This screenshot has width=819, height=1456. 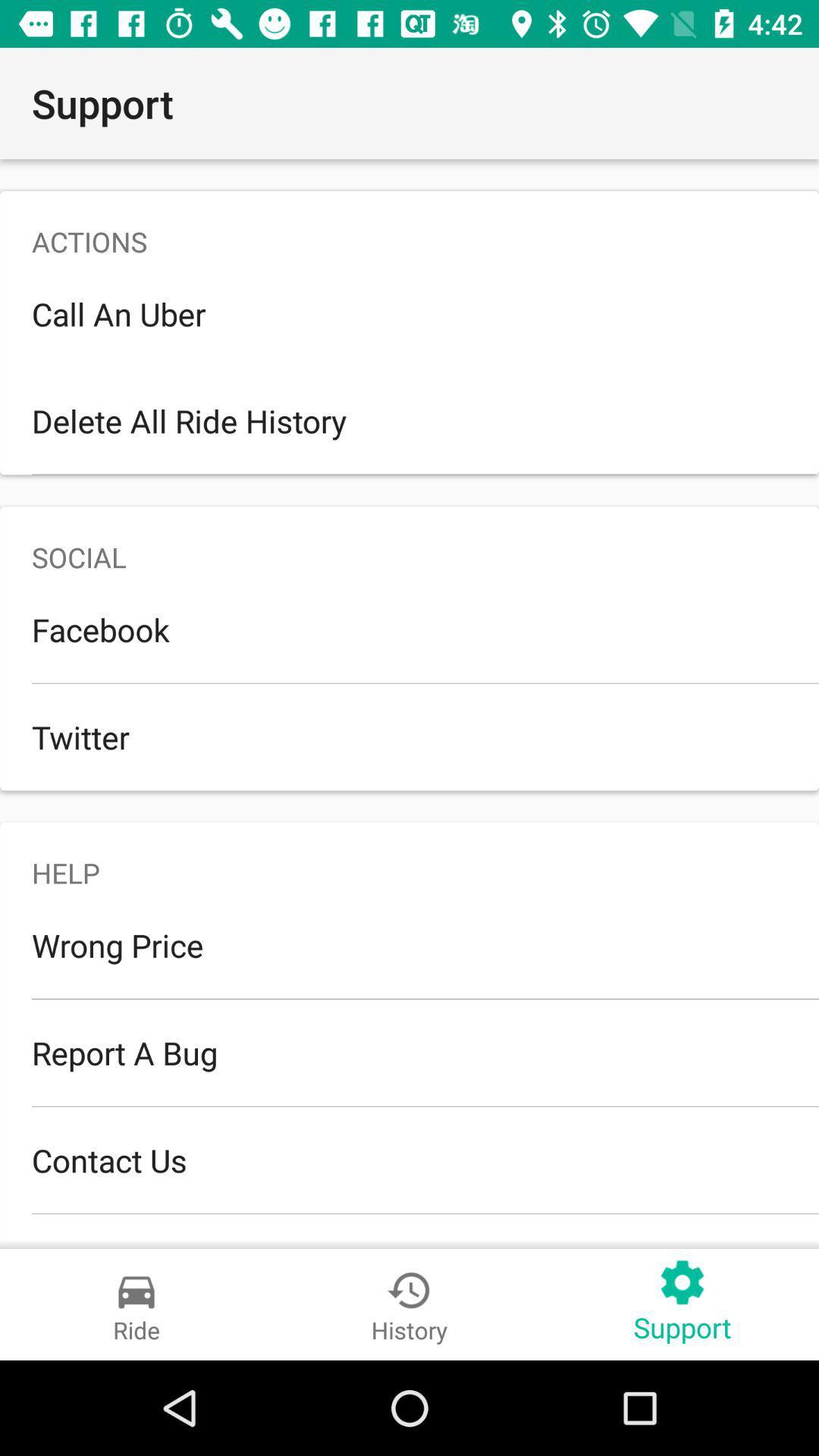 What do you see at coordinates (409, 312) in the screenshot?
I see `item below the actions item` at bounding box center [409, 312].